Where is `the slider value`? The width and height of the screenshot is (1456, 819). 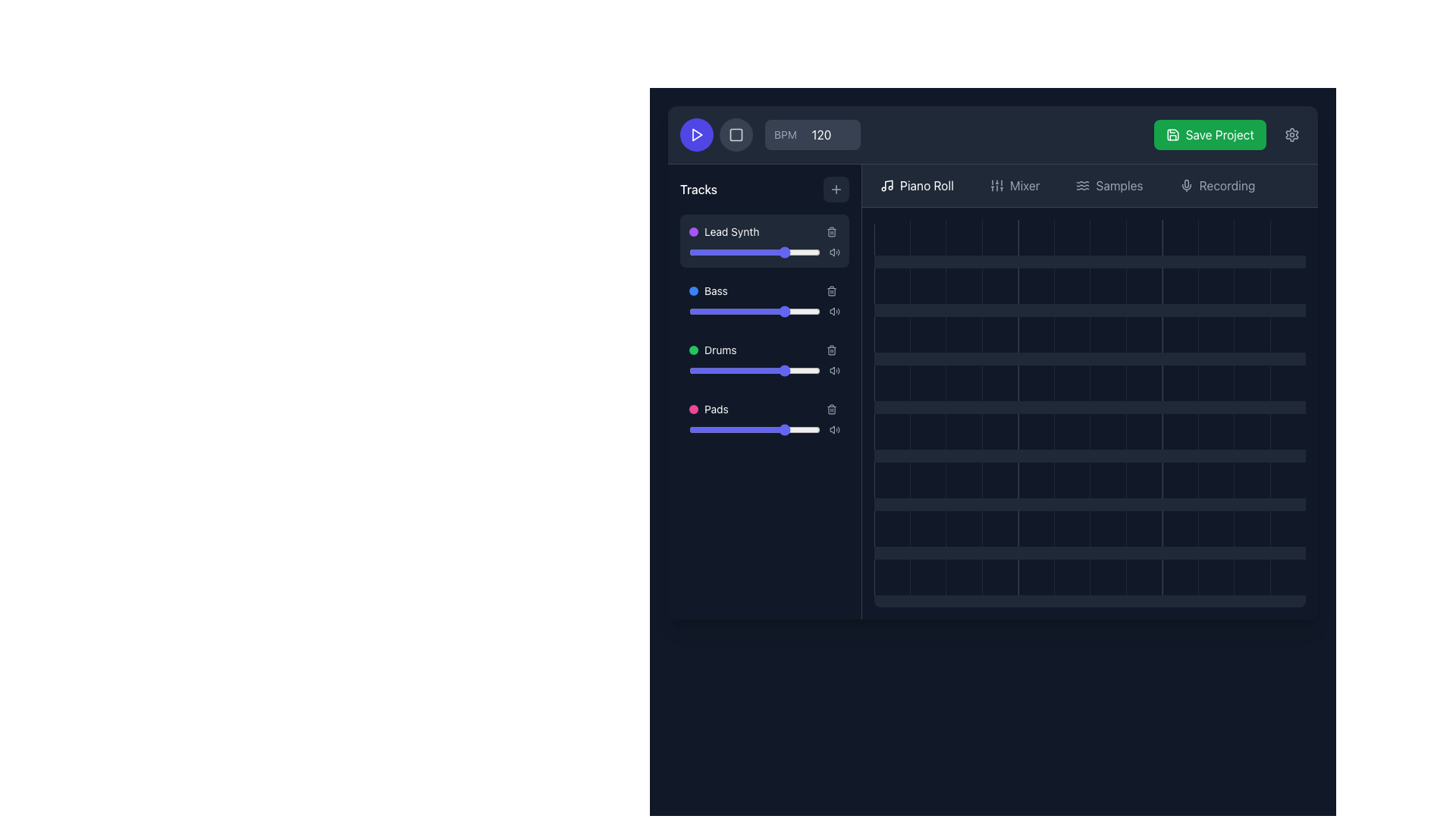
the slider value is located at coordinates (730, 251).